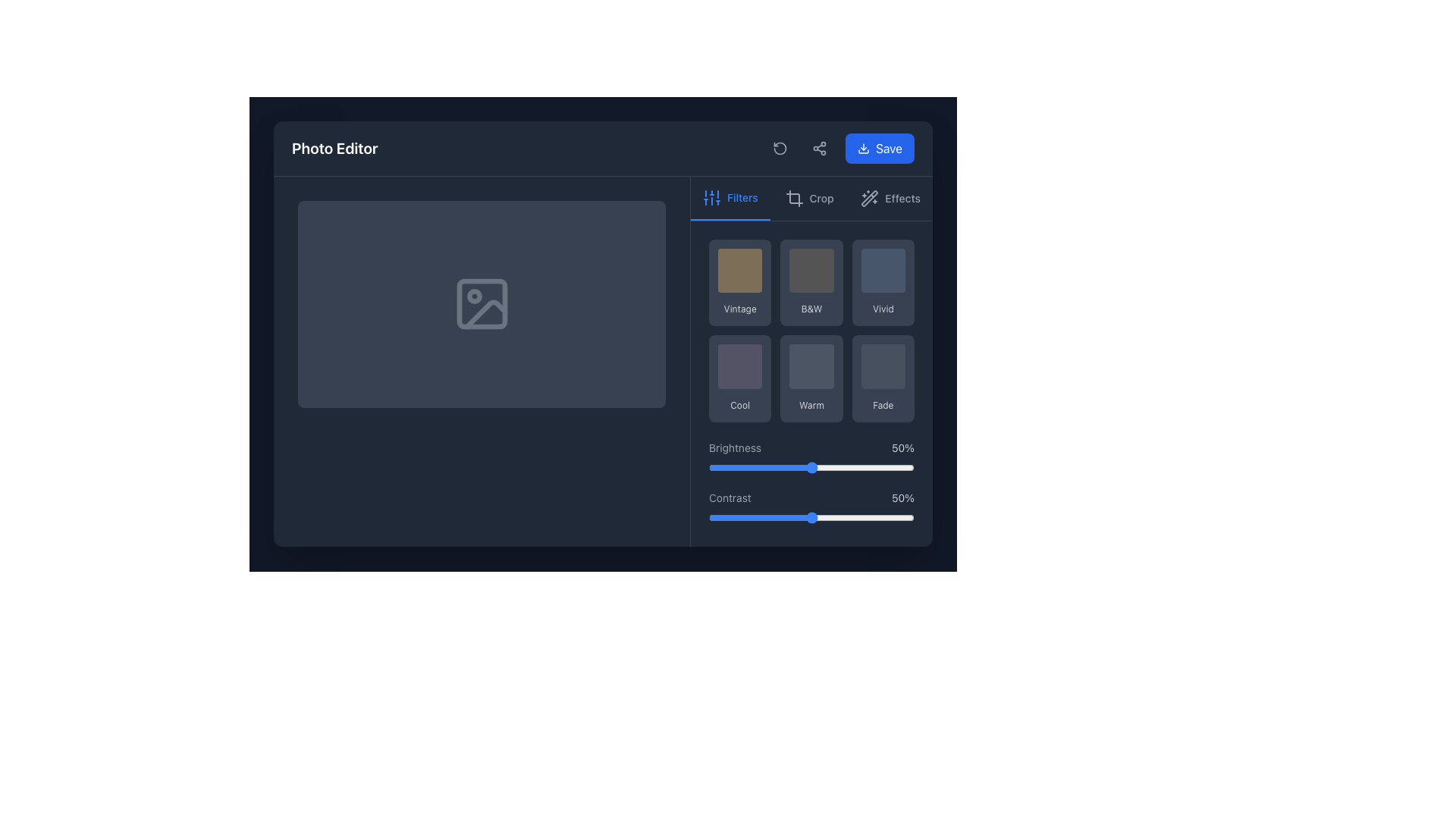  Describe the element at coordinates (811, 383) in the screenshot. I see `the Interactive panel located in the right section of the interface below the toolbar` at that location.